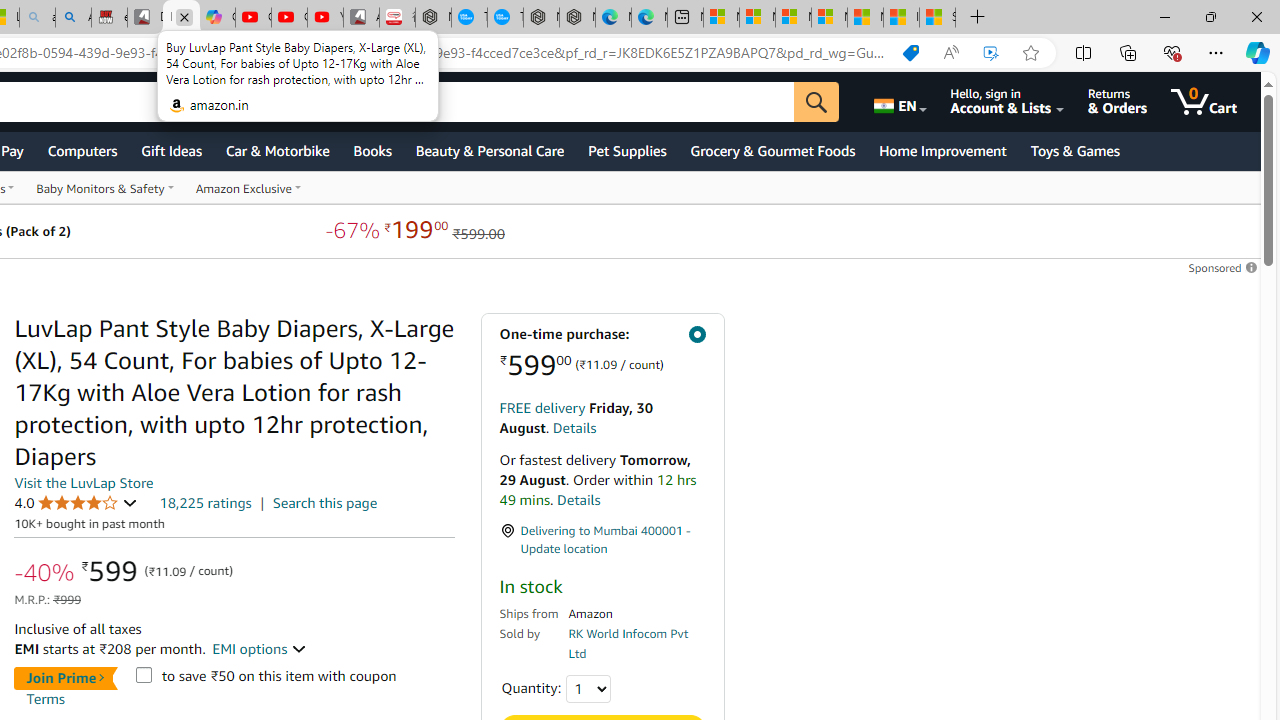 The width and height of the screenshot is (1280, 720). What do you see at coordinates (73, 17) in the screenshot?
I see `'Amazon Echo Dot PNG - Search Images'` at bounding box center [73, 17].